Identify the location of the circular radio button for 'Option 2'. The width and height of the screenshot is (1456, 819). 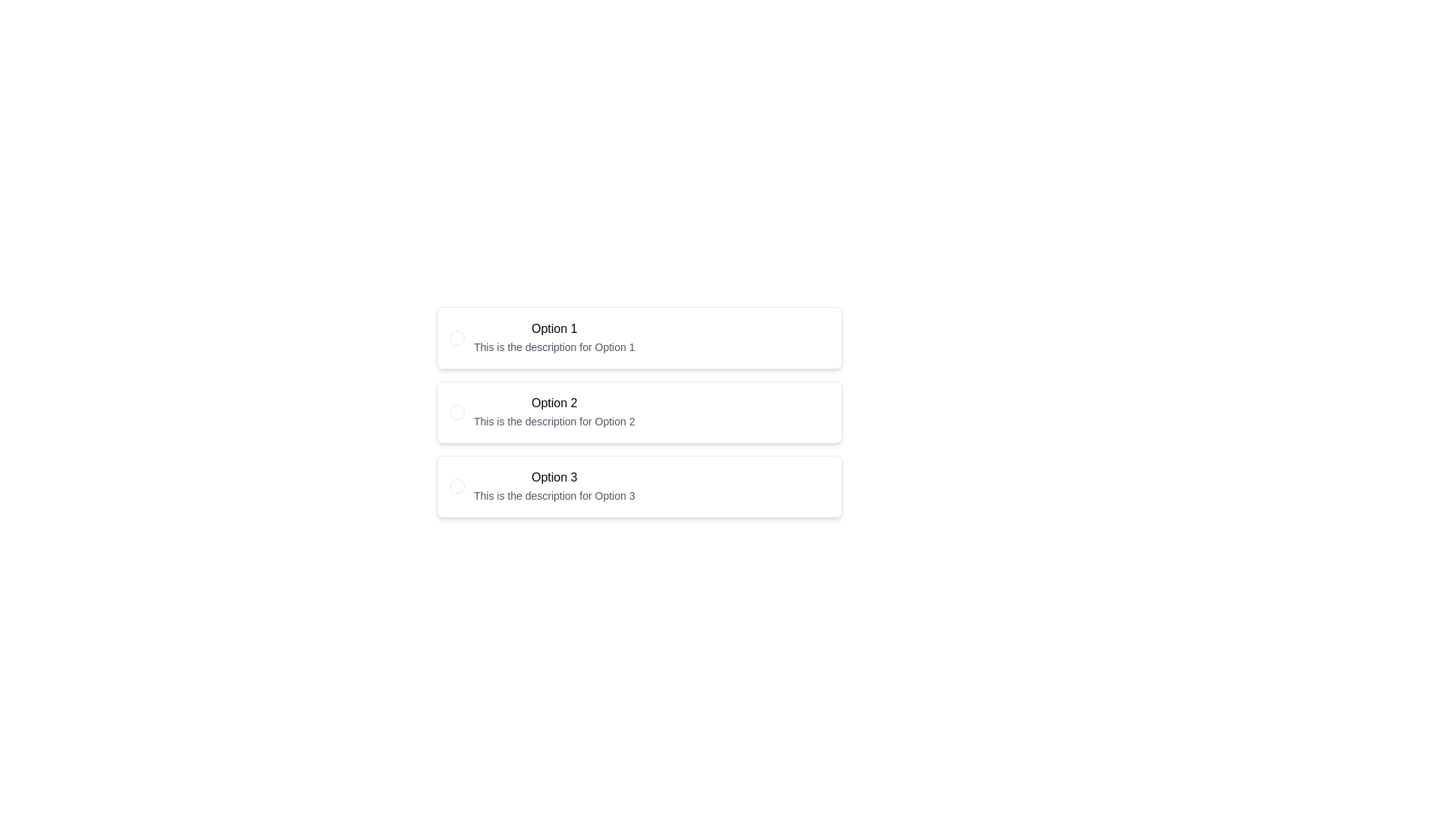
(639, 412).